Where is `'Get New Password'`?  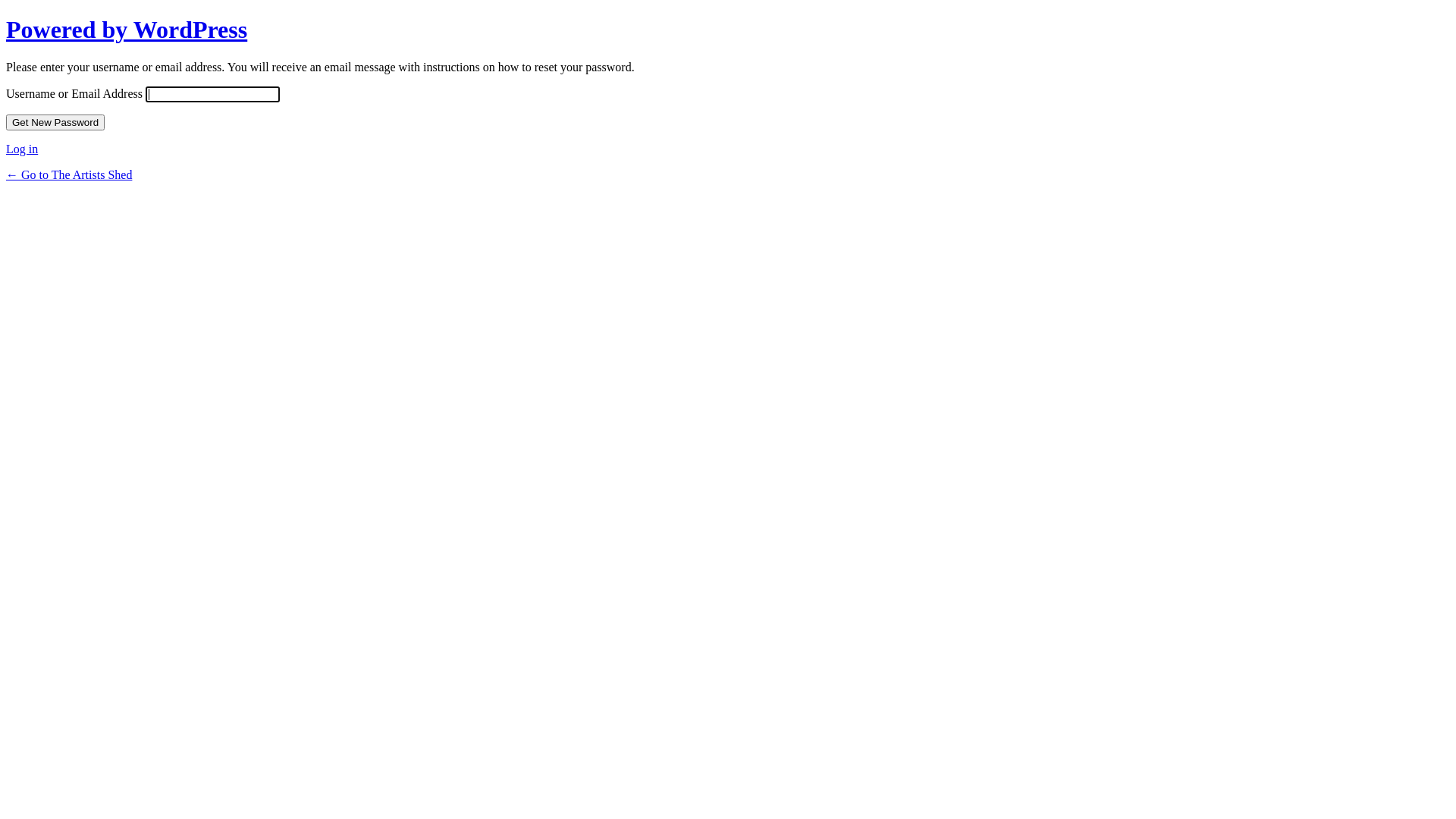
'Get New Password' is located at coordinates (55, 121).